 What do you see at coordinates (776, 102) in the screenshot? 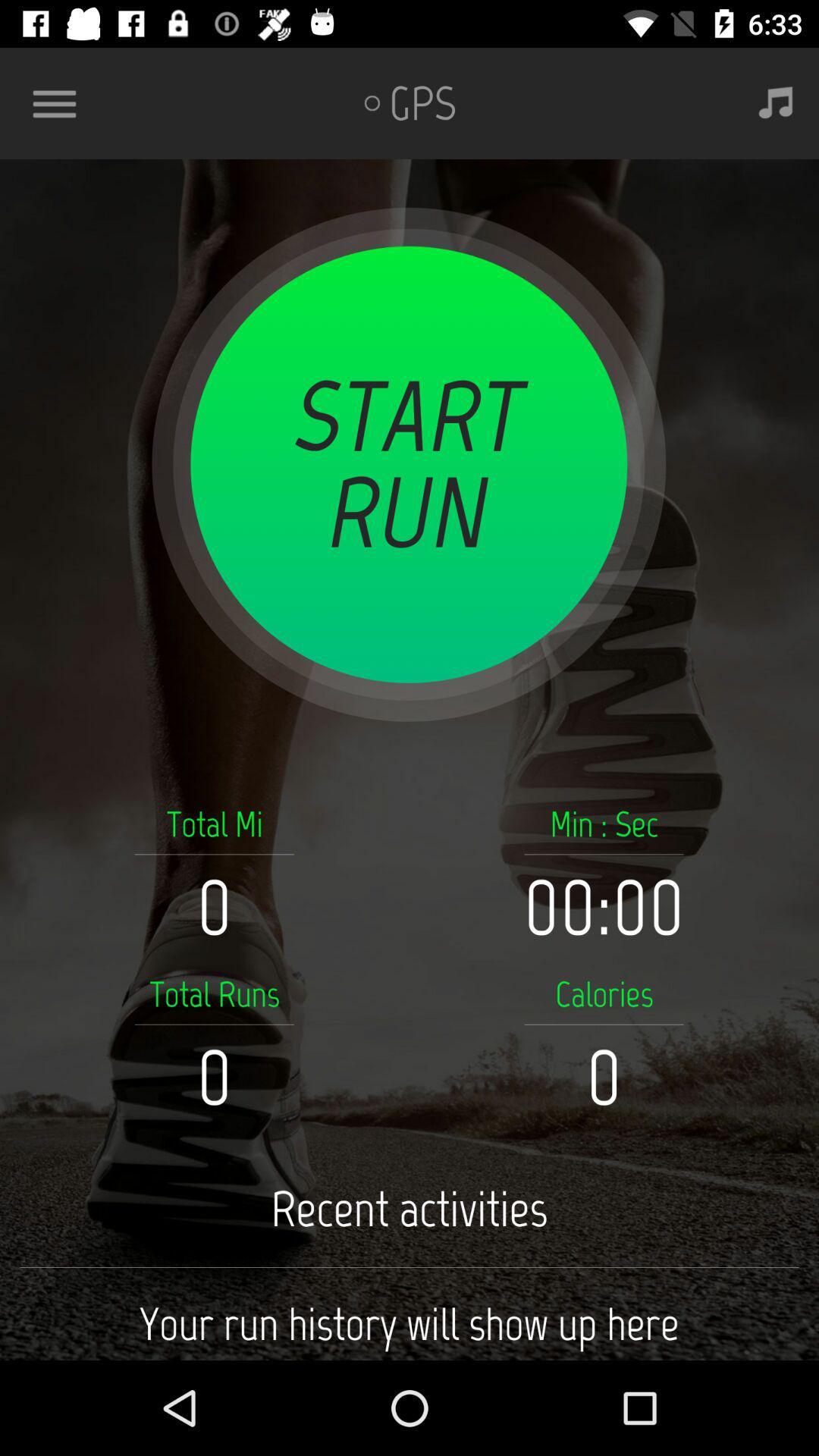
I see `icon at the top right corner` at bounding box center [776, 102].